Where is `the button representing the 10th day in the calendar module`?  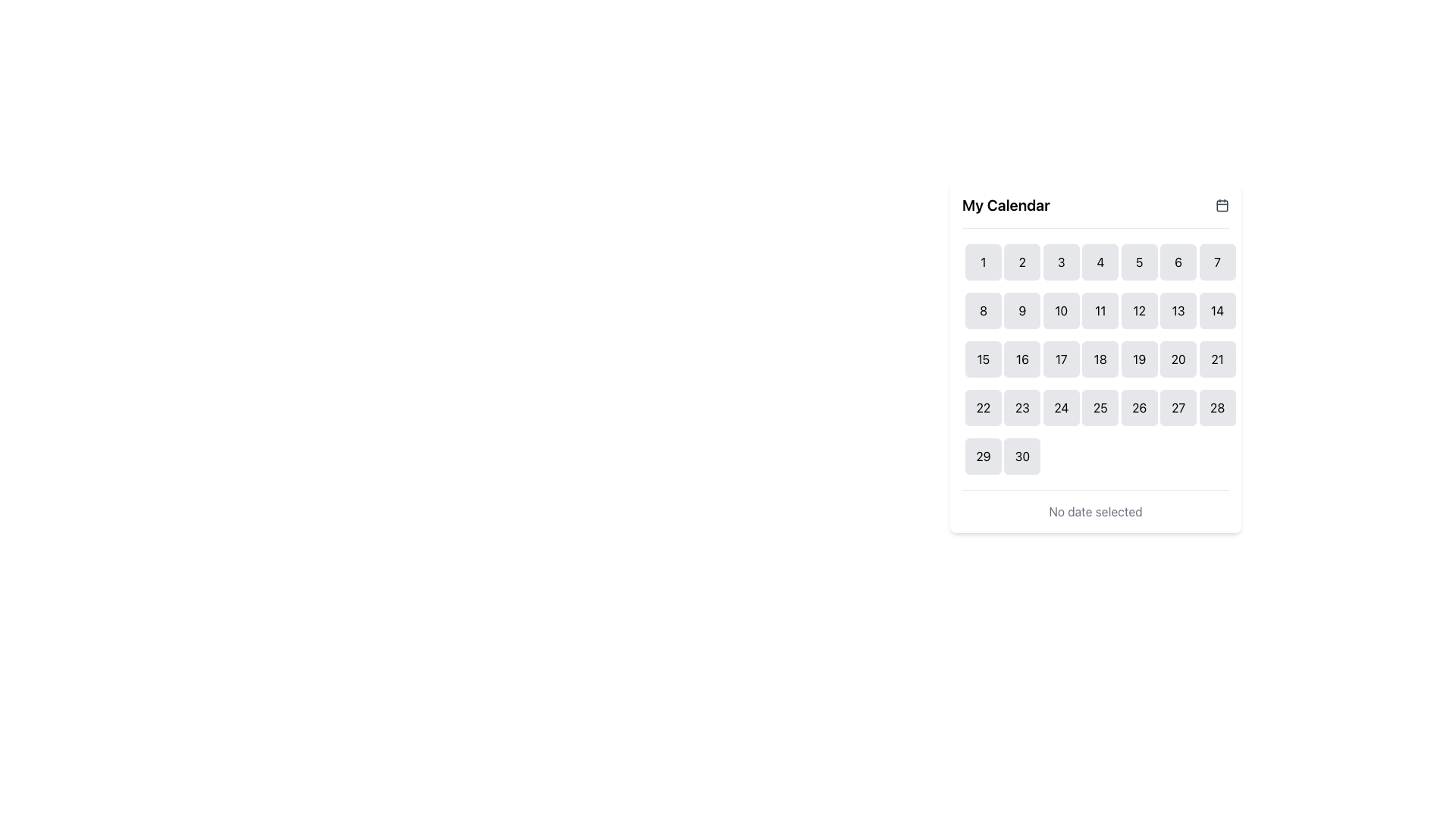 the button representing the 10th day in the calendar module is located at coordinates (1060, 309).